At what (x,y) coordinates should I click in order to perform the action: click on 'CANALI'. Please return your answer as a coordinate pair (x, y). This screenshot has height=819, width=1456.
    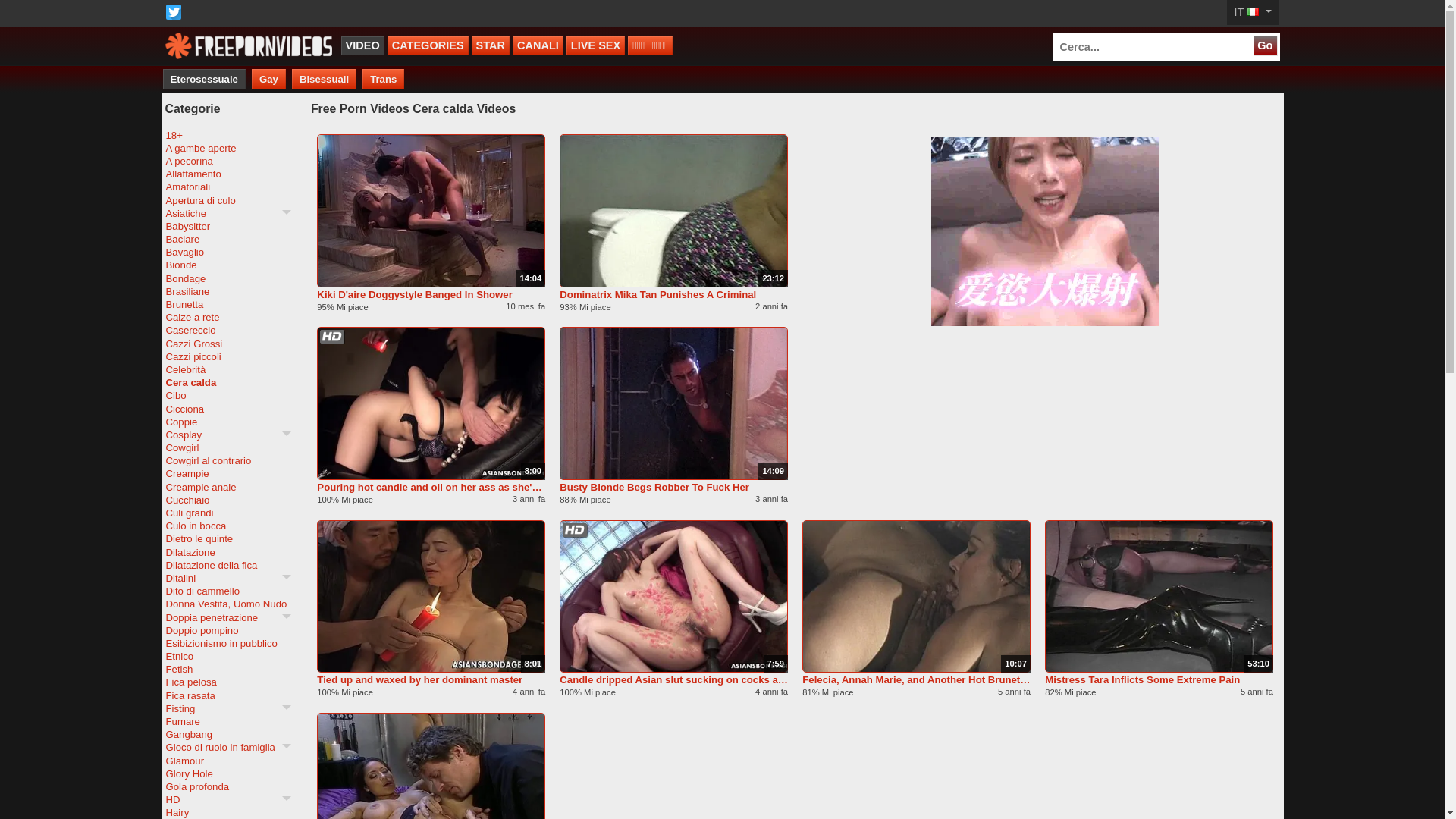
    Looking at the image, I should click on (513, 45).